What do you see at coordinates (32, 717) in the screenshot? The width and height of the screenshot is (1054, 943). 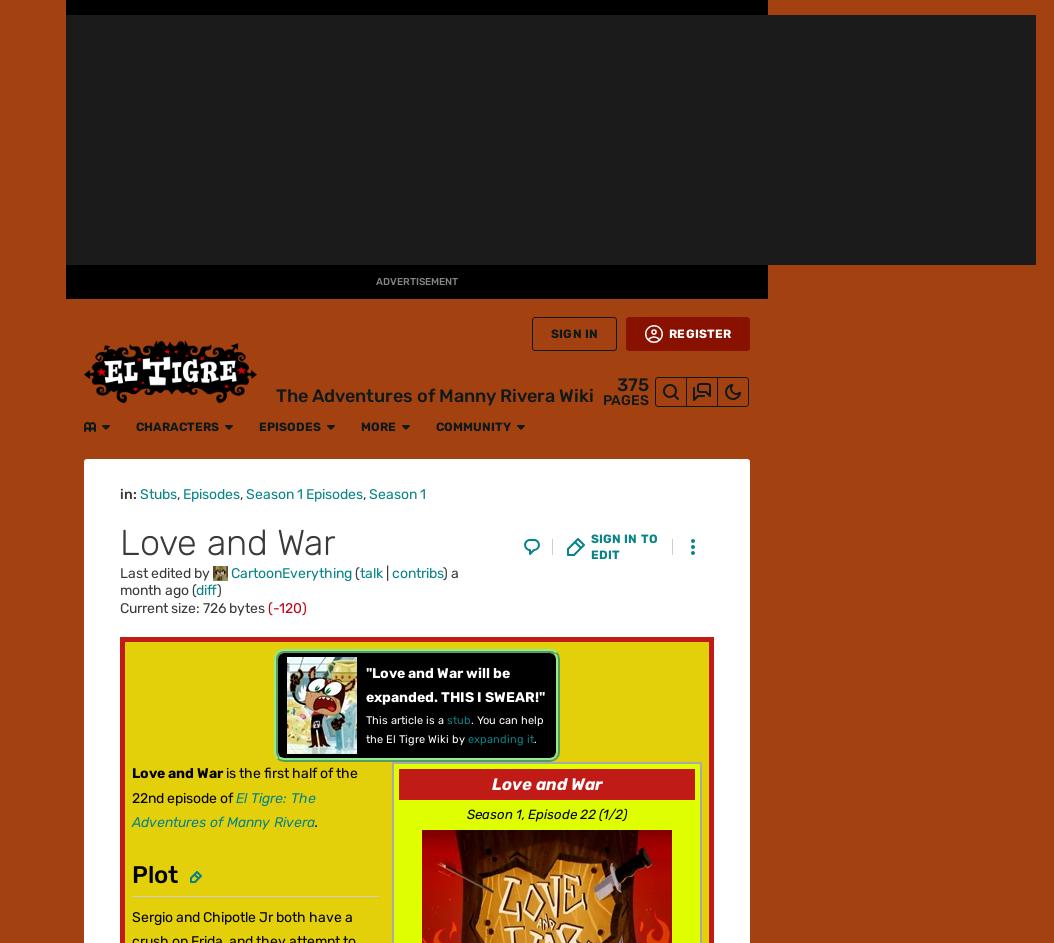 I see `'Start a Wiki'` at bounding box center [32, 717].